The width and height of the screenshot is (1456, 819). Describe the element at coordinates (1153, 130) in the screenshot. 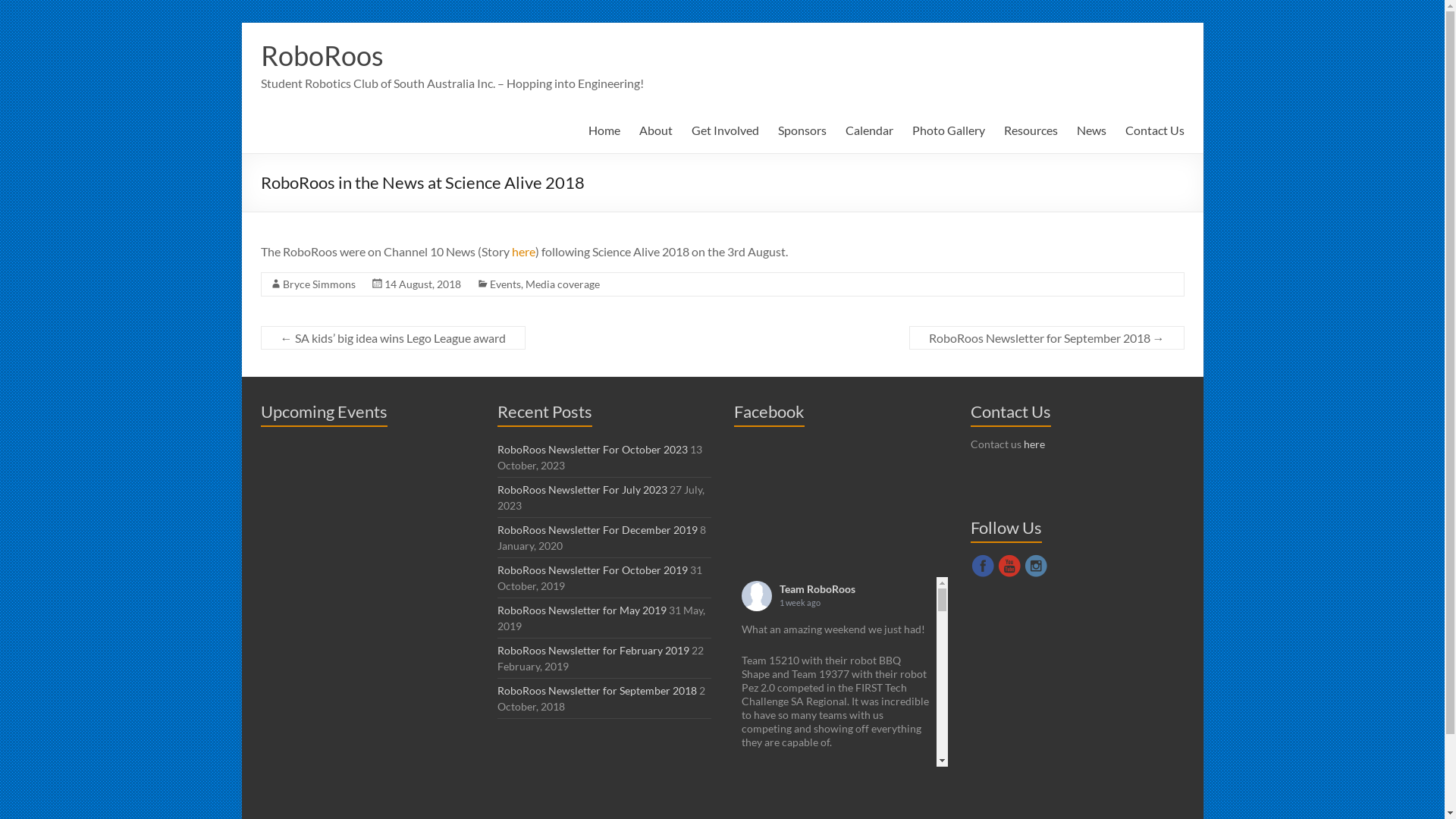

I see `'Contact Us'` at that location.